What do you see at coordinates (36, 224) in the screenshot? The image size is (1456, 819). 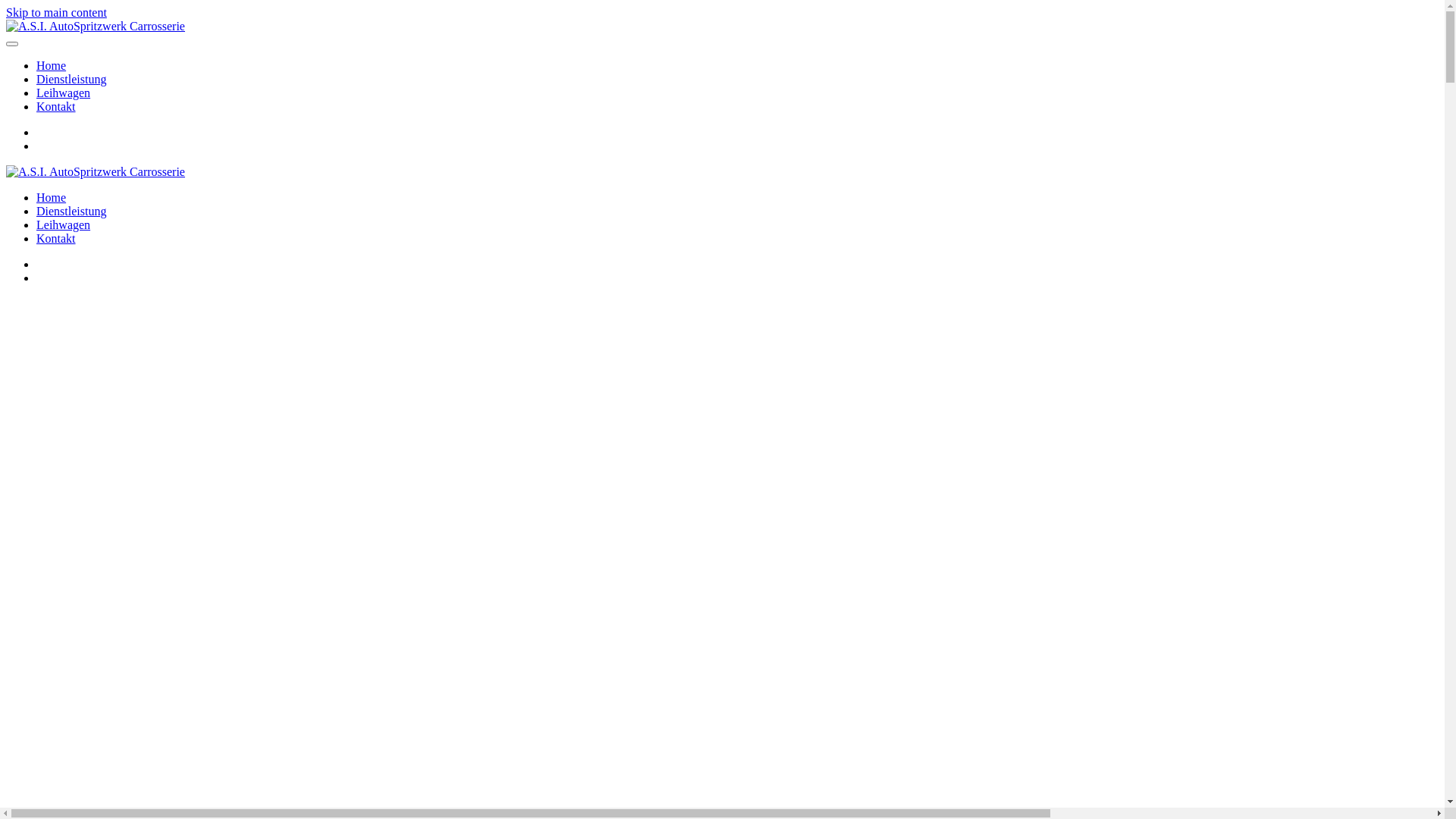 I see `'Leihwagen'` at bounding box center [36, 224].